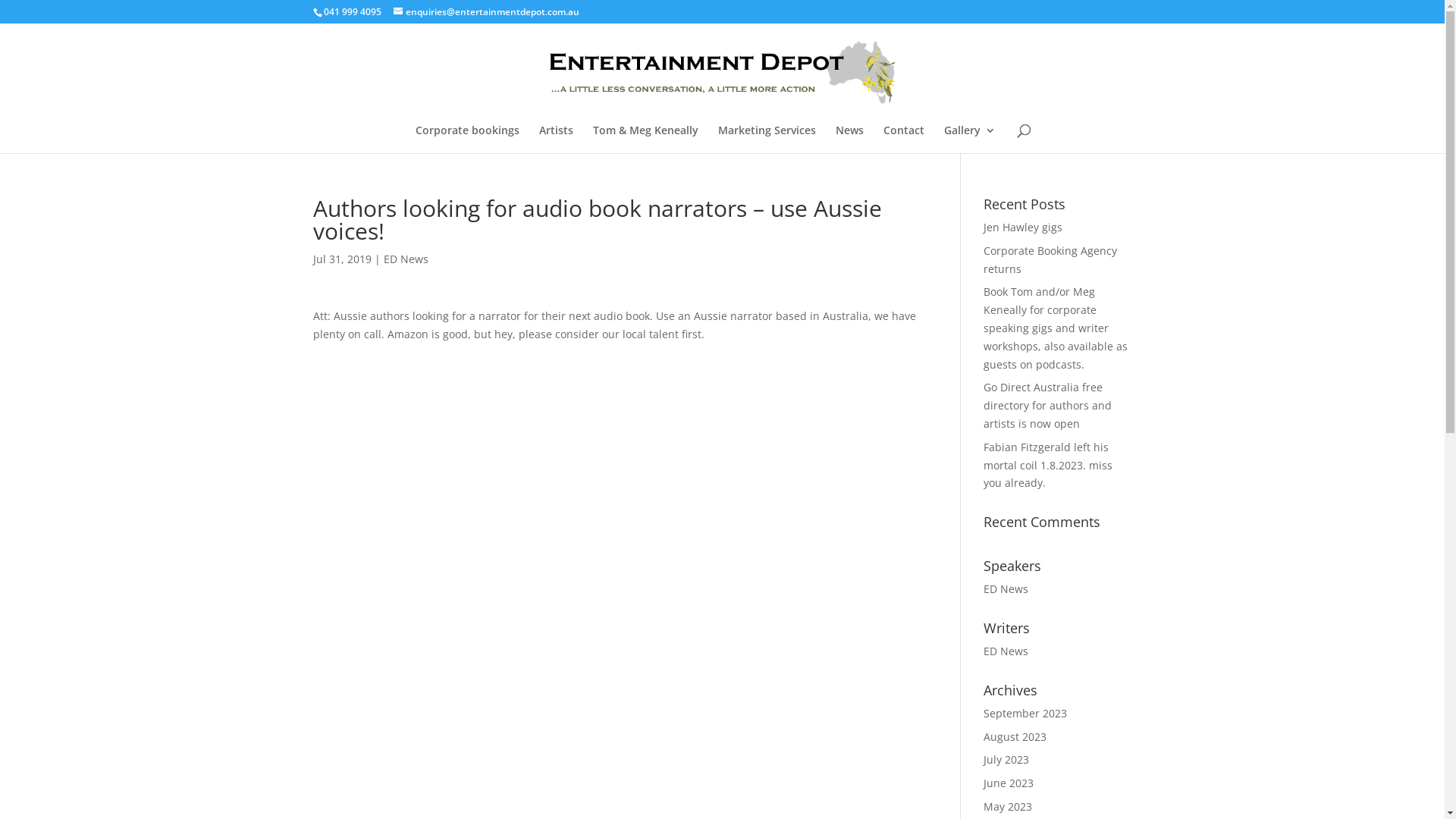  What do you see at coordinates (1006, 759) in the screenshot?
I see `'July 2023'` at bounding box center [1006, 759].